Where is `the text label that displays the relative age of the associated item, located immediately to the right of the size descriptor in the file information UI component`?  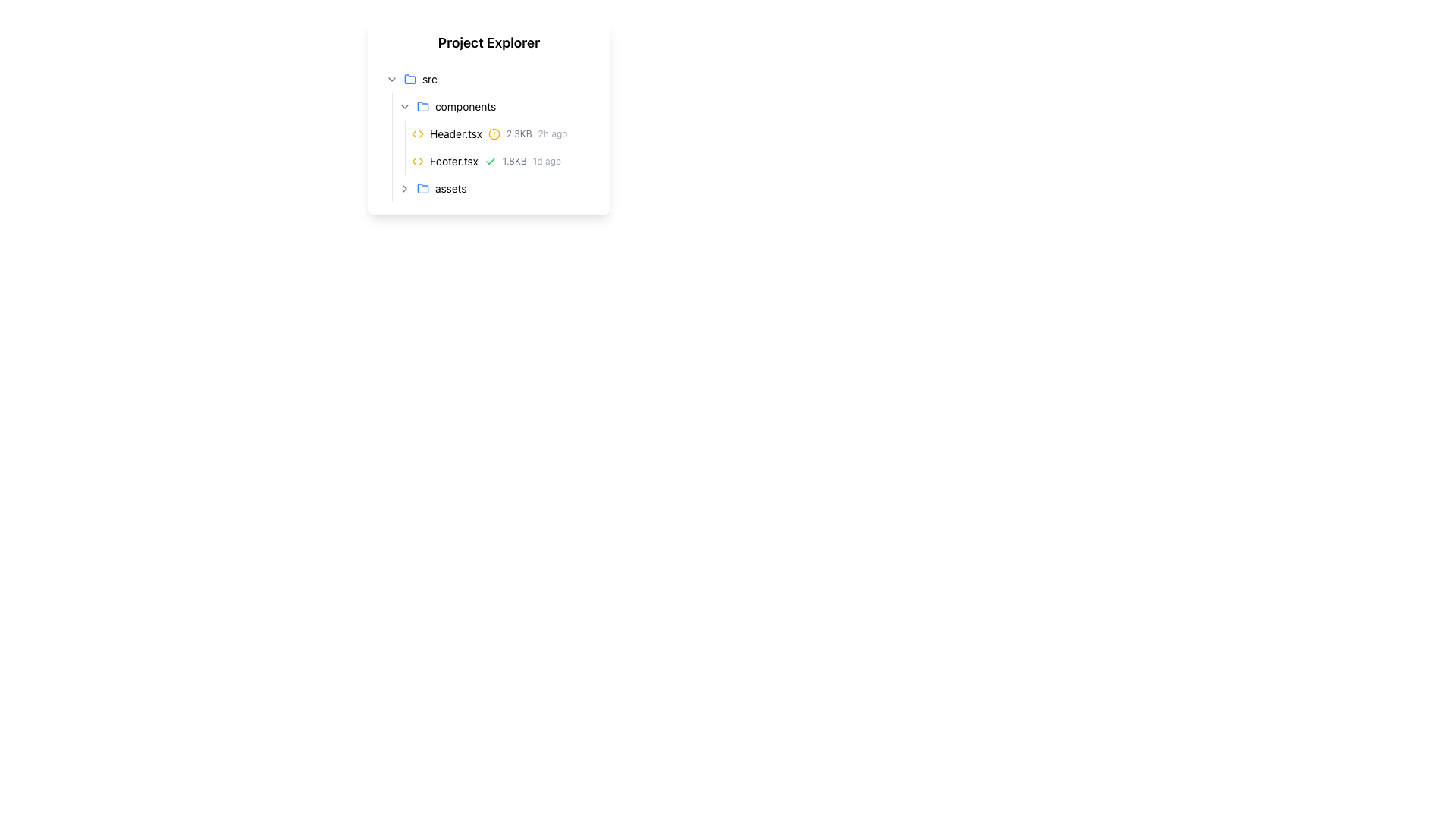 the text label that displays the relative age of the associated item, located immediately to the right of the size descriptor in the file information UI component is located at coordinates (546, 161).